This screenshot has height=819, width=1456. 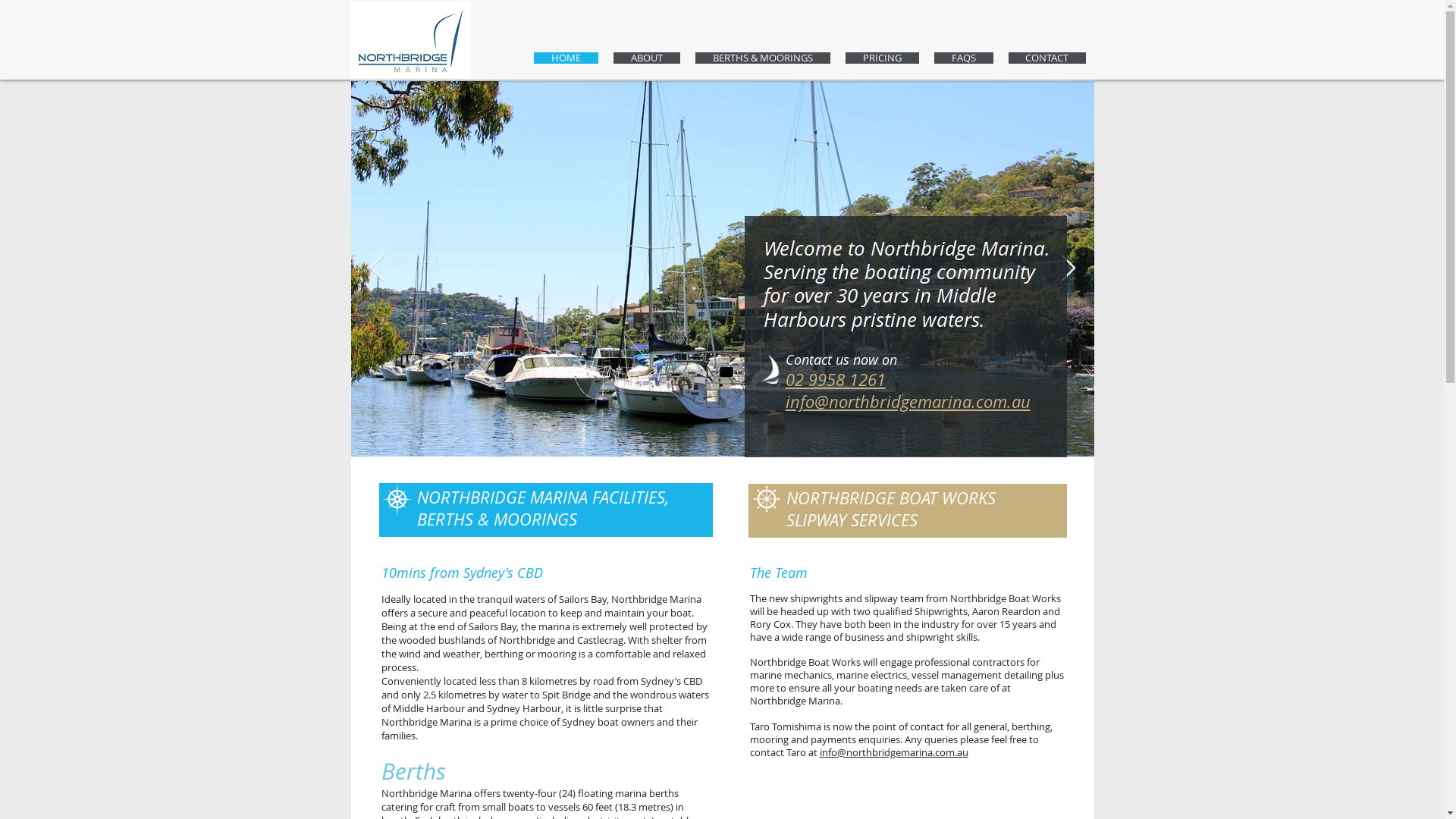 I want to click on 'FAQS', so click(x=963, y=57).